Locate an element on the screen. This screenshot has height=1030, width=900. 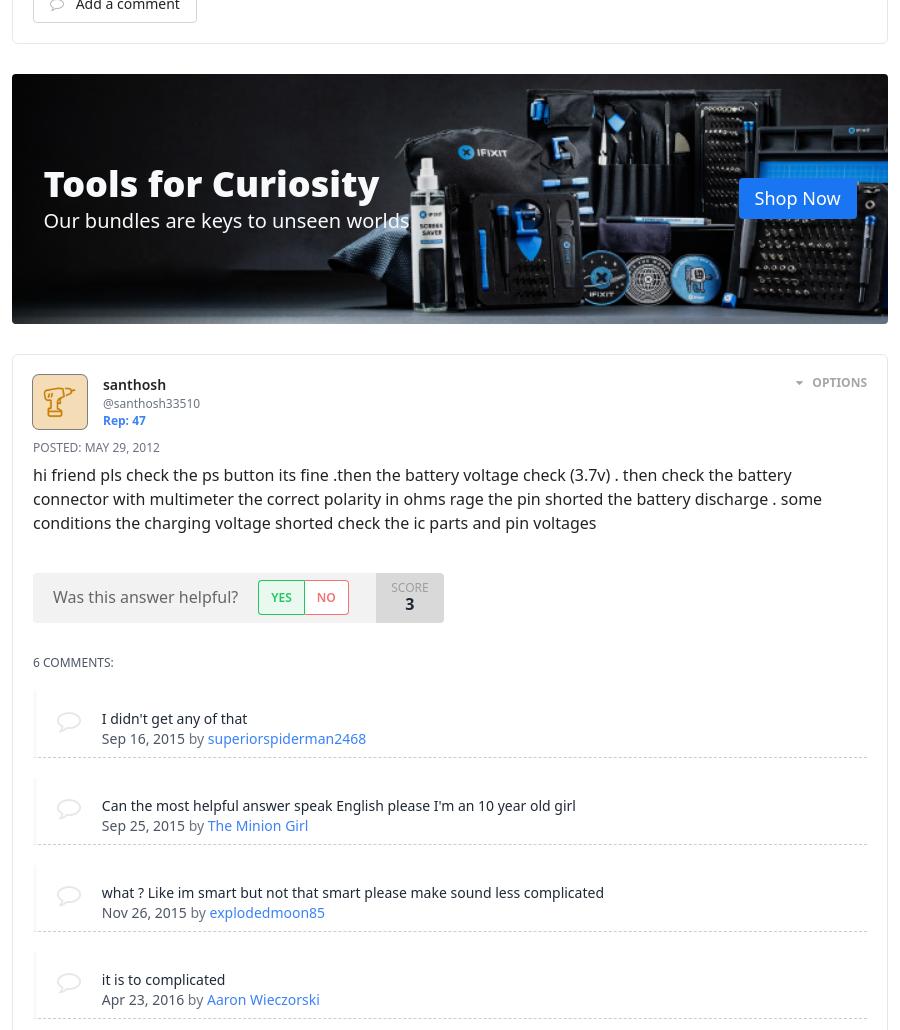
'6 Comments:' is located at coordinates (71, 661).